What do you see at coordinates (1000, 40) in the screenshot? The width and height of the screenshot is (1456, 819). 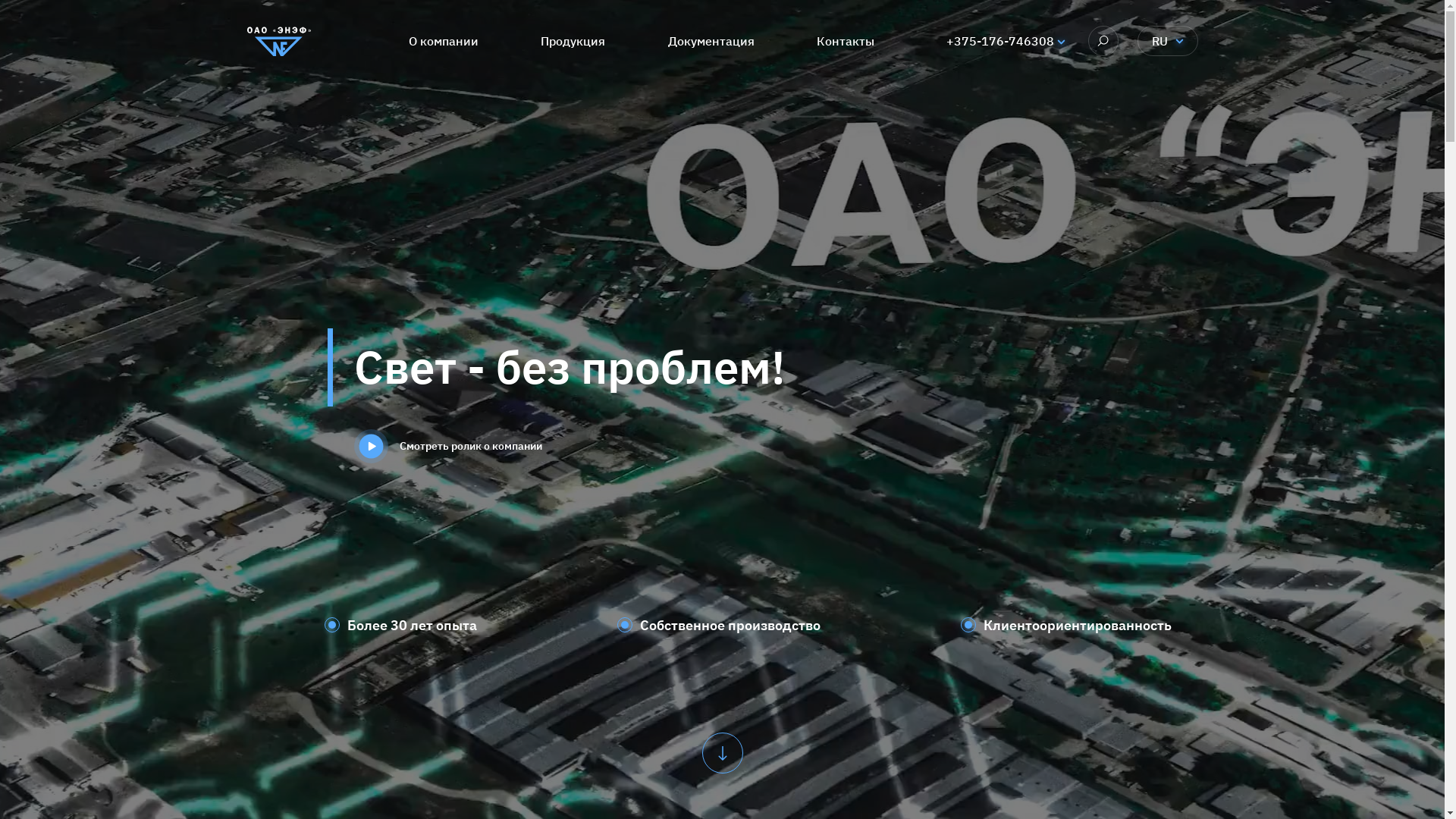 I see `'+375-176-746308'` at bounding box center [1000, 40].